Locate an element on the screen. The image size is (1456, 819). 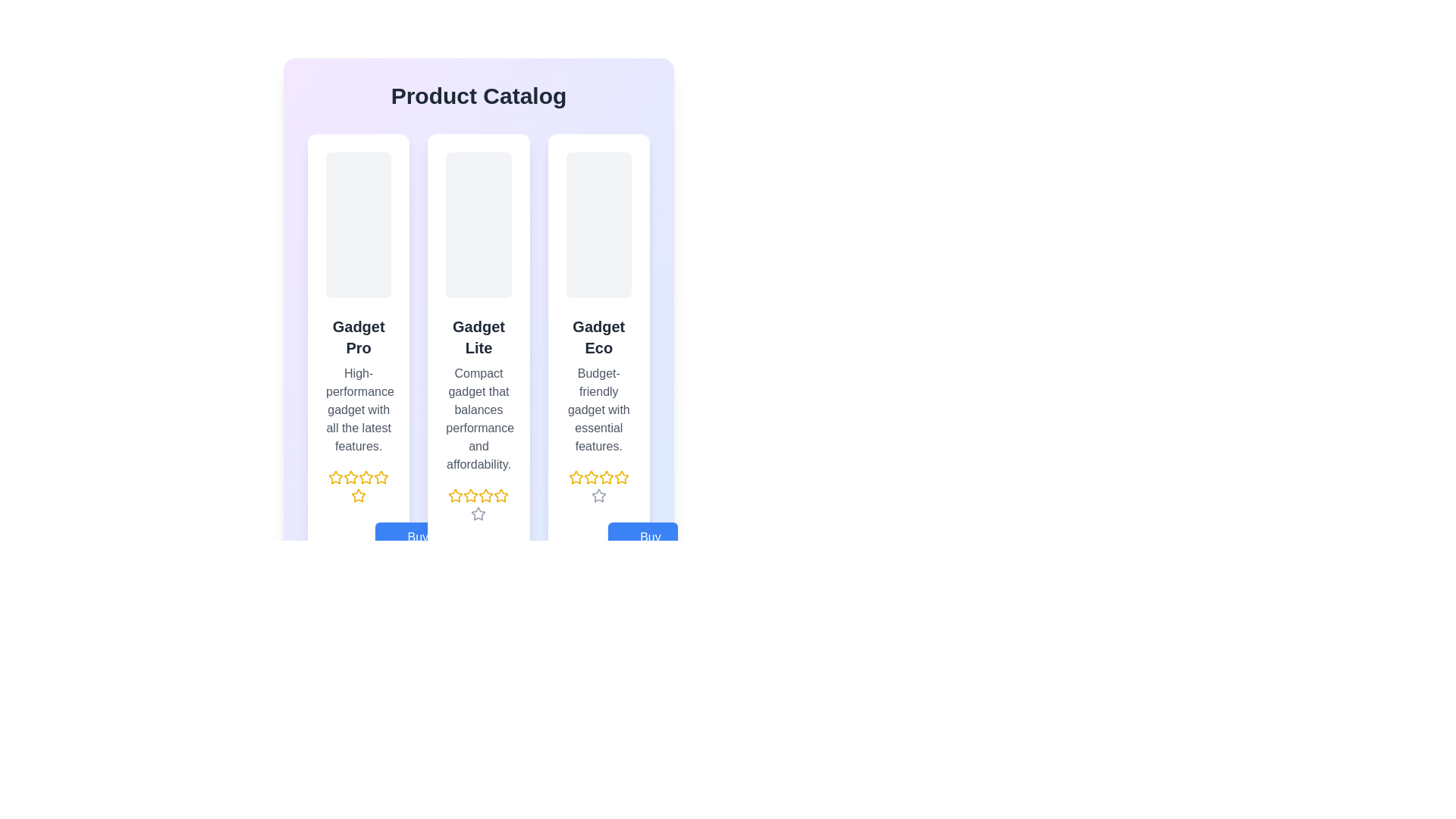
the third rating star icon with a yellow border, positioned below the 'Gadget Lite' product description in the middle card of the layout is located at coordinates (455, 495).